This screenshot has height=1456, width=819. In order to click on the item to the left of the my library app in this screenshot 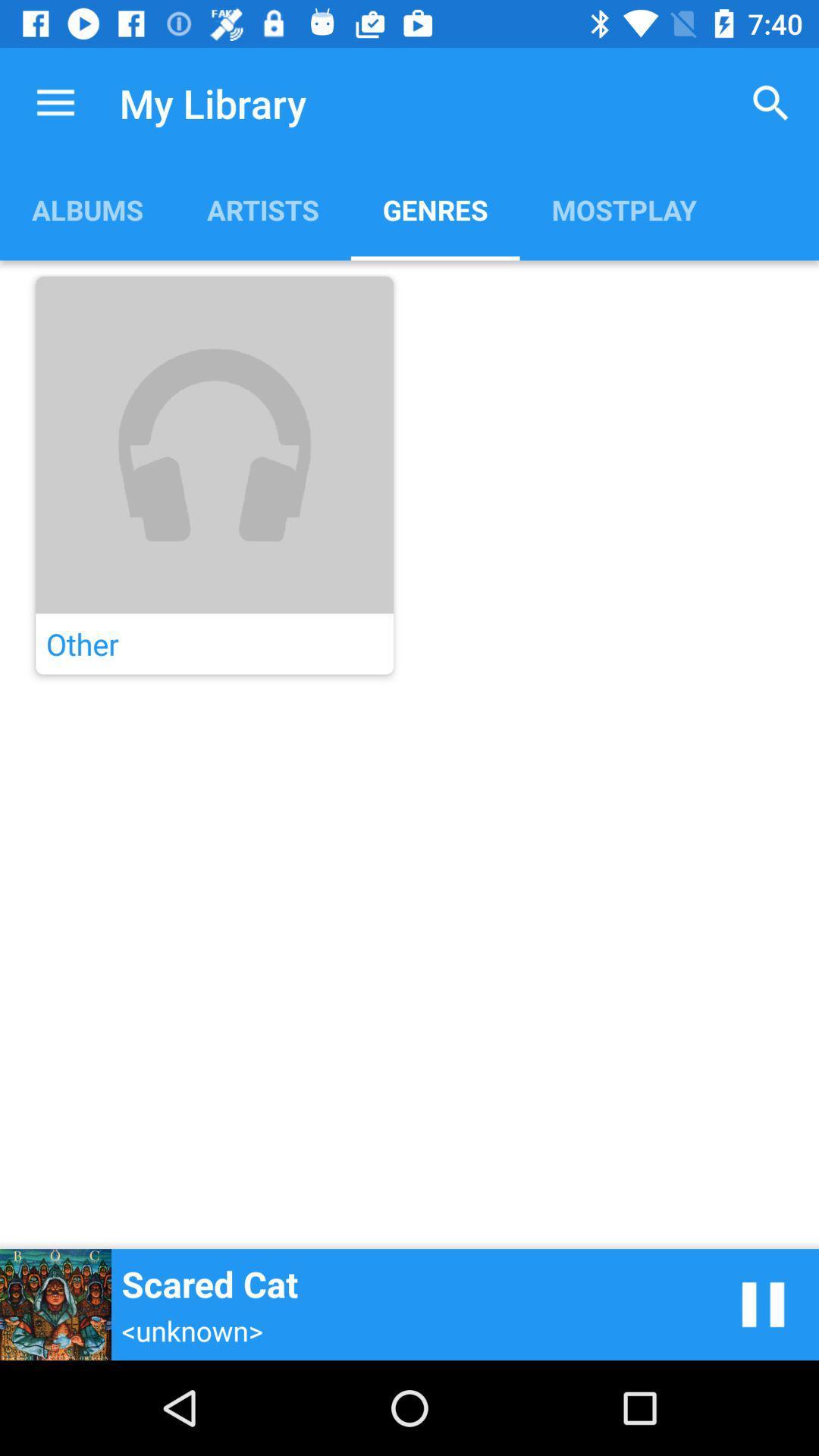, I will do `click(55, 102)`.